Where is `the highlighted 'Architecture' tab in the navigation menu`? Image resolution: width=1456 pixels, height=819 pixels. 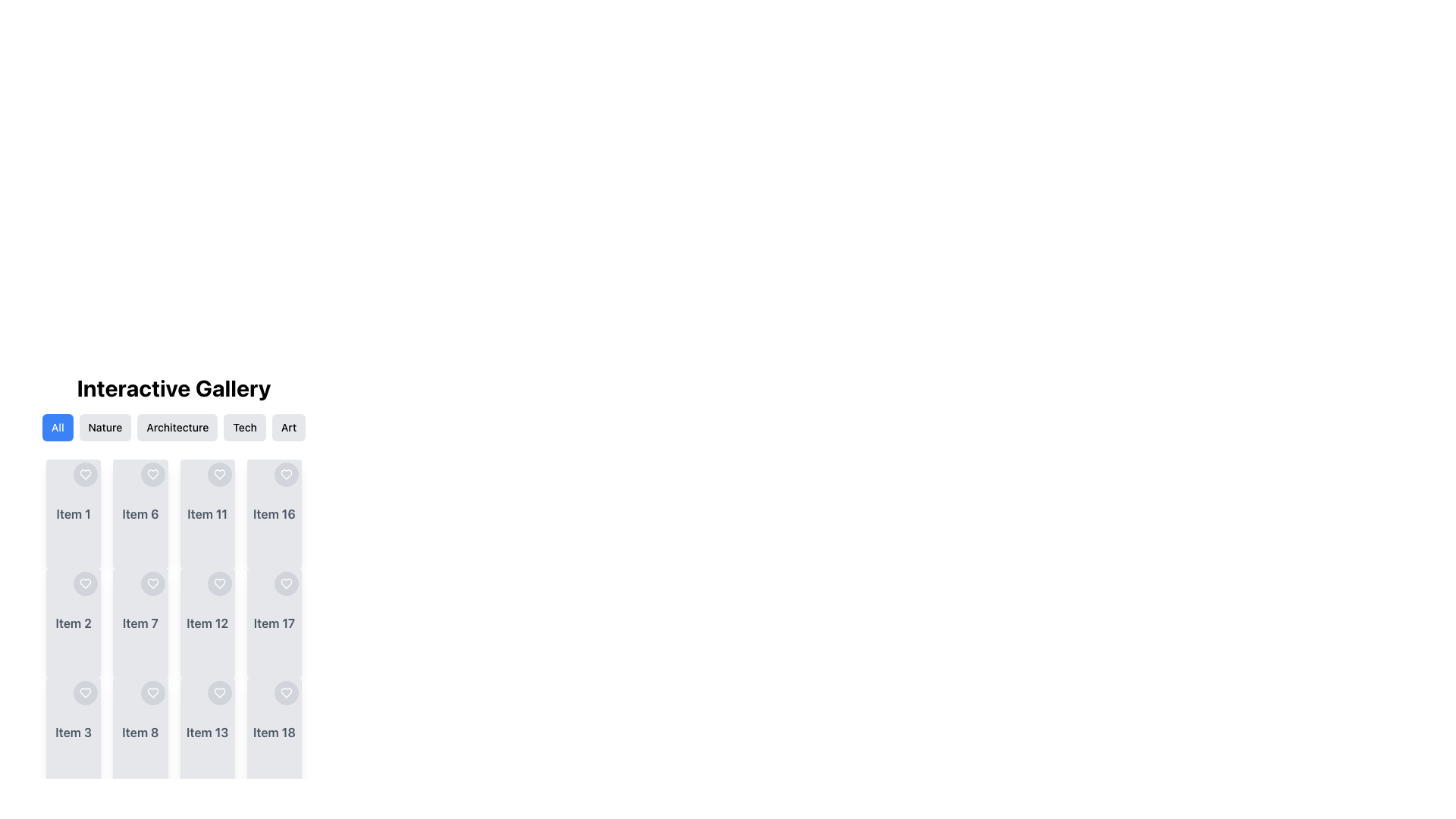
the highlighted 'Architecture' tab in the navigation menu is located at coordinates (174, 427).